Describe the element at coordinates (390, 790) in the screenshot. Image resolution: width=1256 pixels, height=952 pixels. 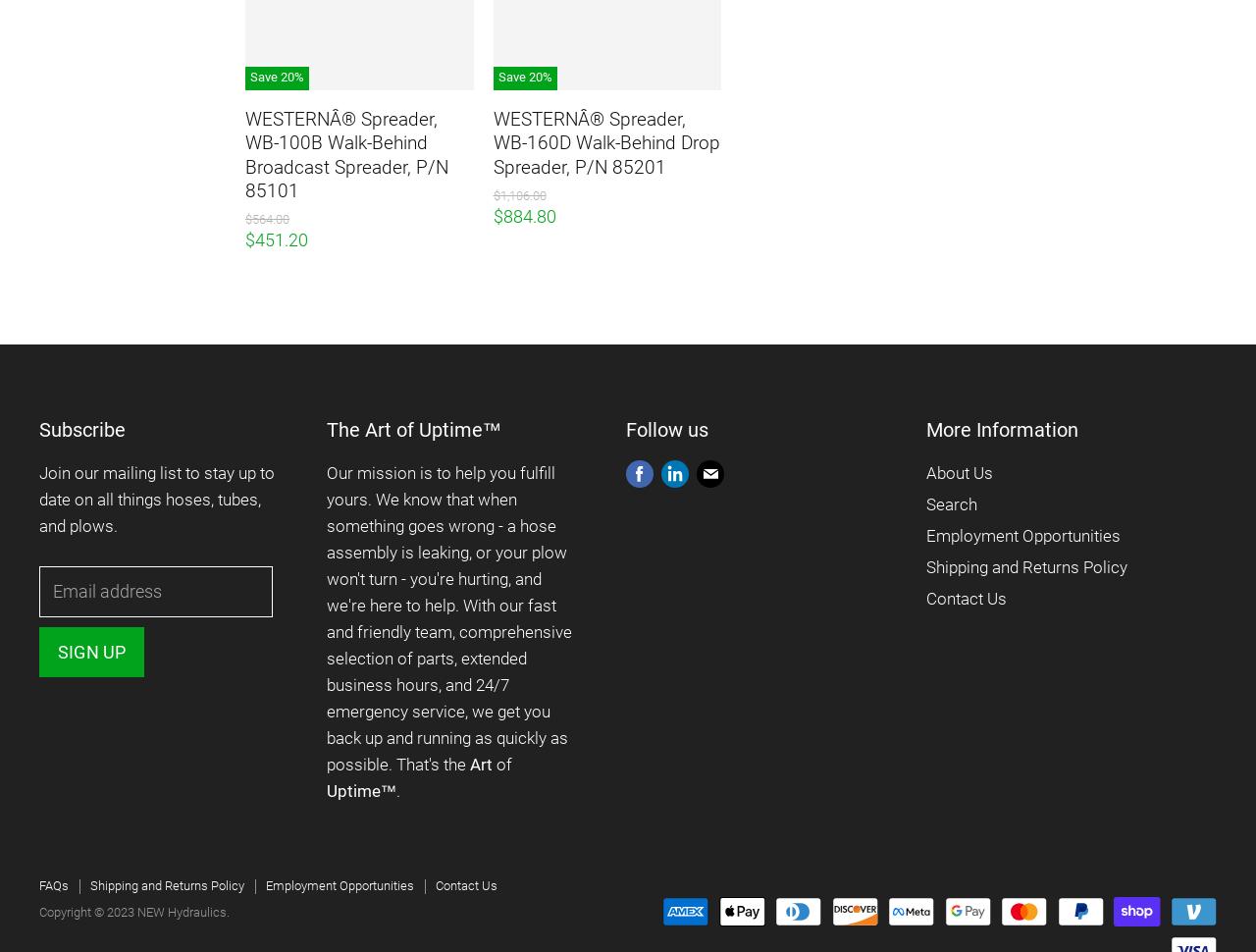
I see `'™.'` at that location.